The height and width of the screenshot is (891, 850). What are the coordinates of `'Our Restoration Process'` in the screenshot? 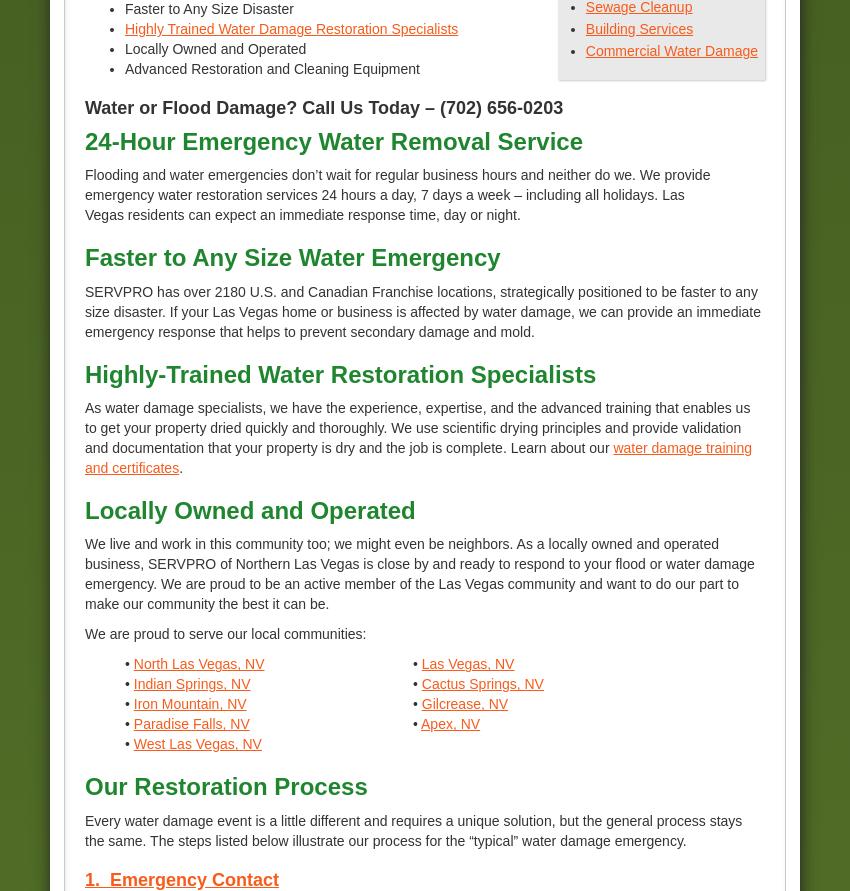 It's located at (85, 786).